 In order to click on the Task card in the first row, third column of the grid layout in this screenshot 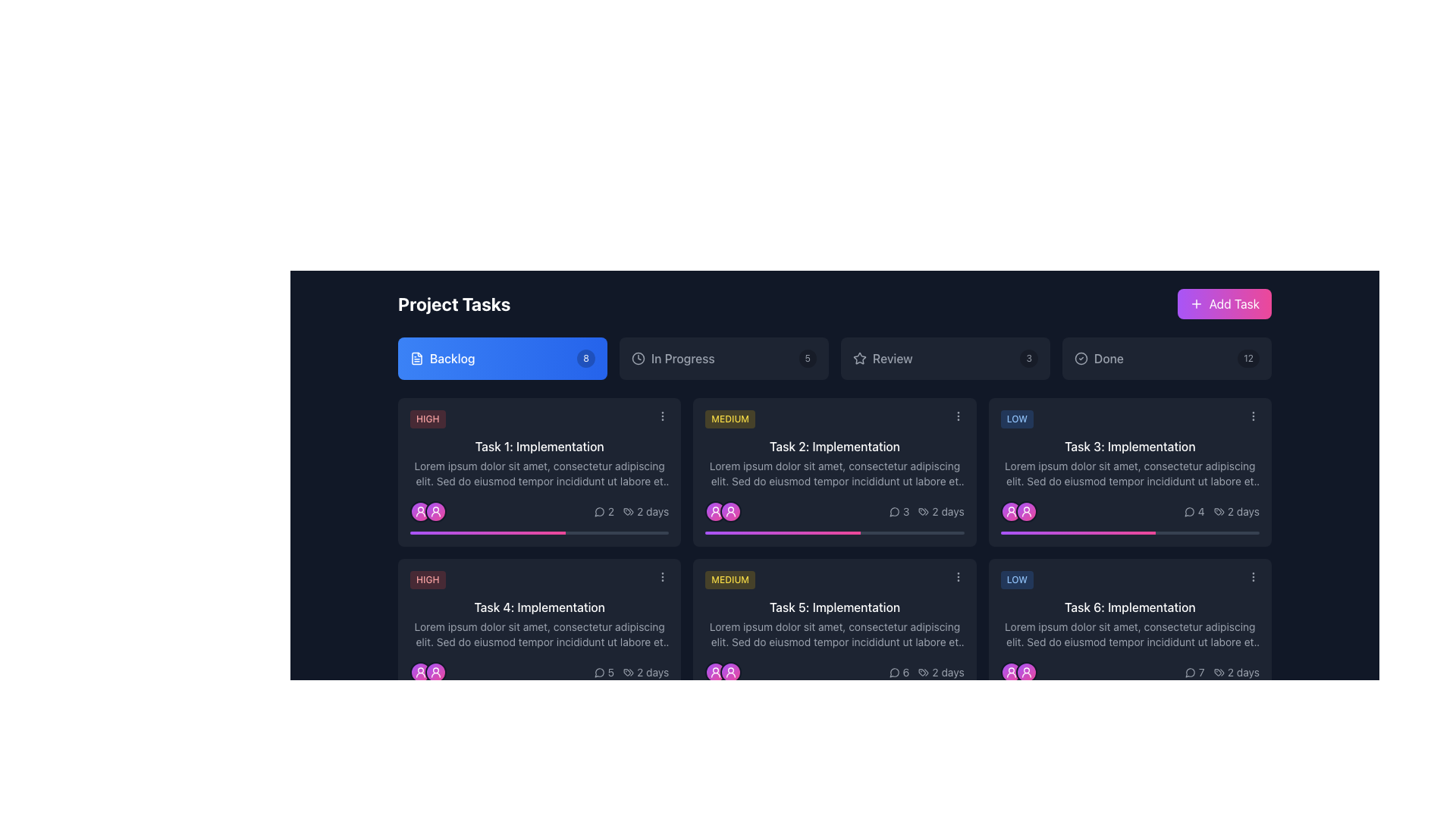, I will do `click(1130, 472)`.